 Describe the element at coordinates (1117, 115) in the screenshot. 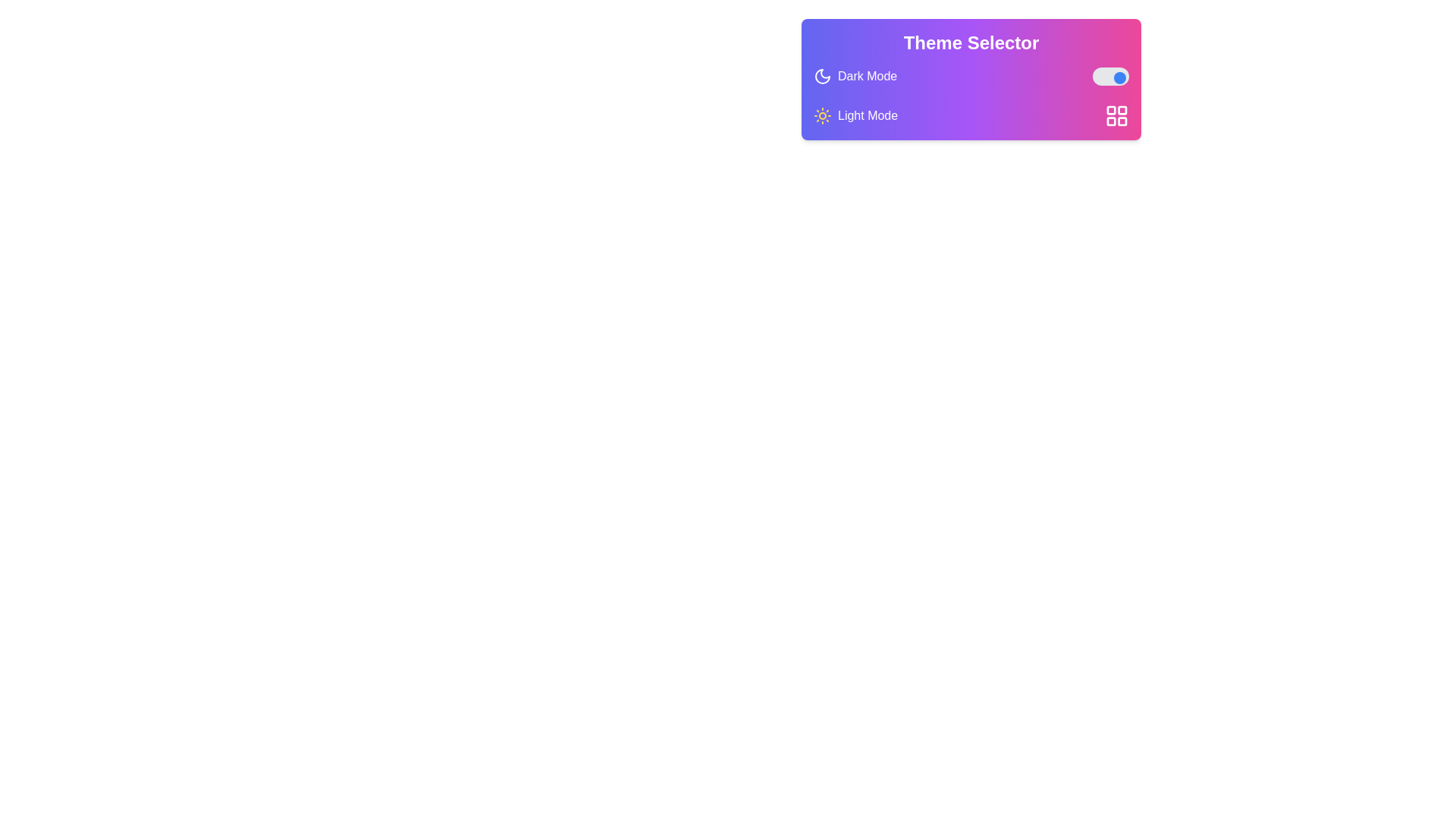

I see `the grid icon, which is a prominent 2x2 grid of rounded white squares located in the bottom-right of the theme selector region` at that location.